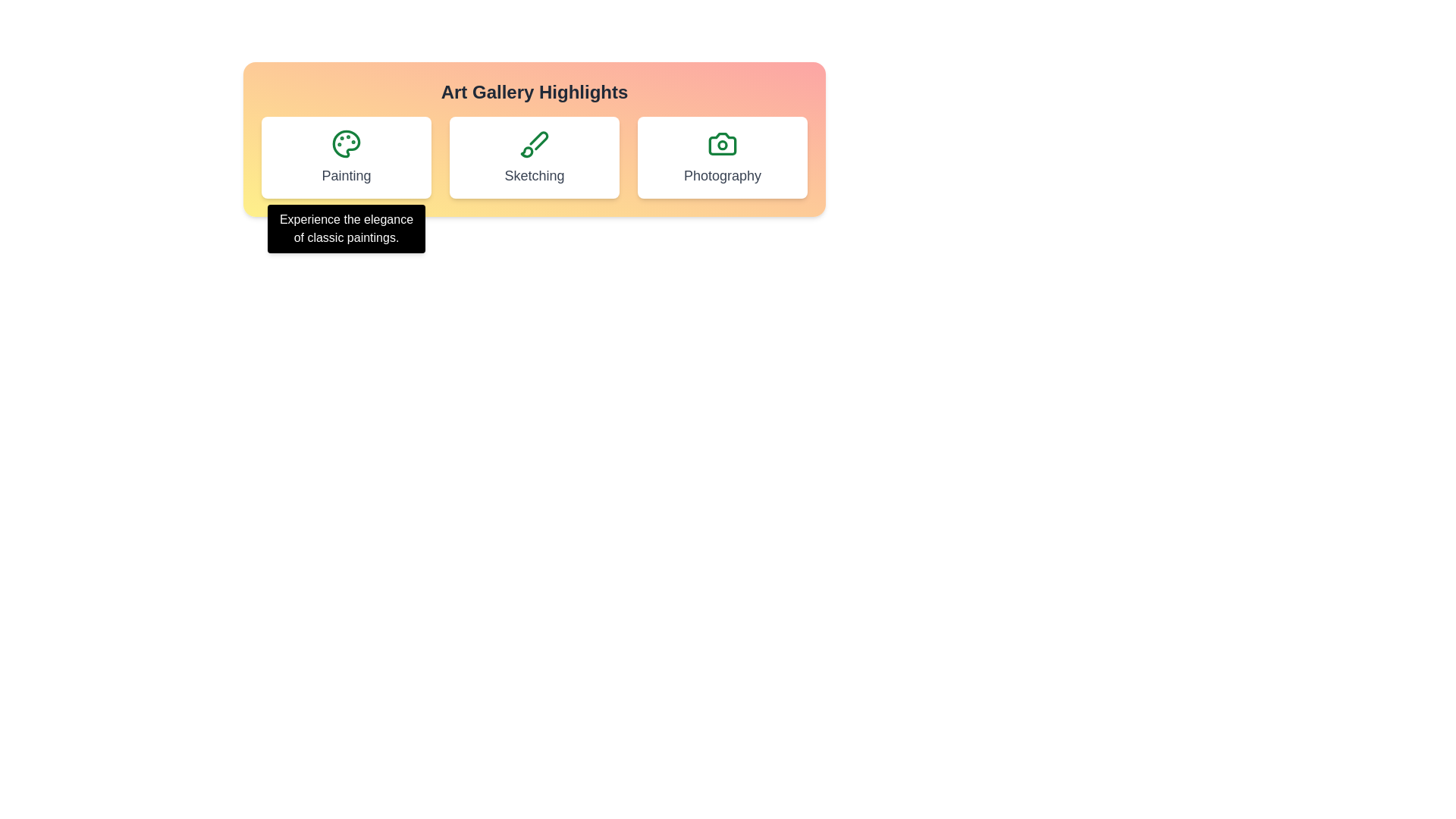 The width and height of the screenshot is (1456, 819). Describe the element at coordinates (527, 152) in the screenshot. I see `the icon element shaped like a palette with a brush` at that location.